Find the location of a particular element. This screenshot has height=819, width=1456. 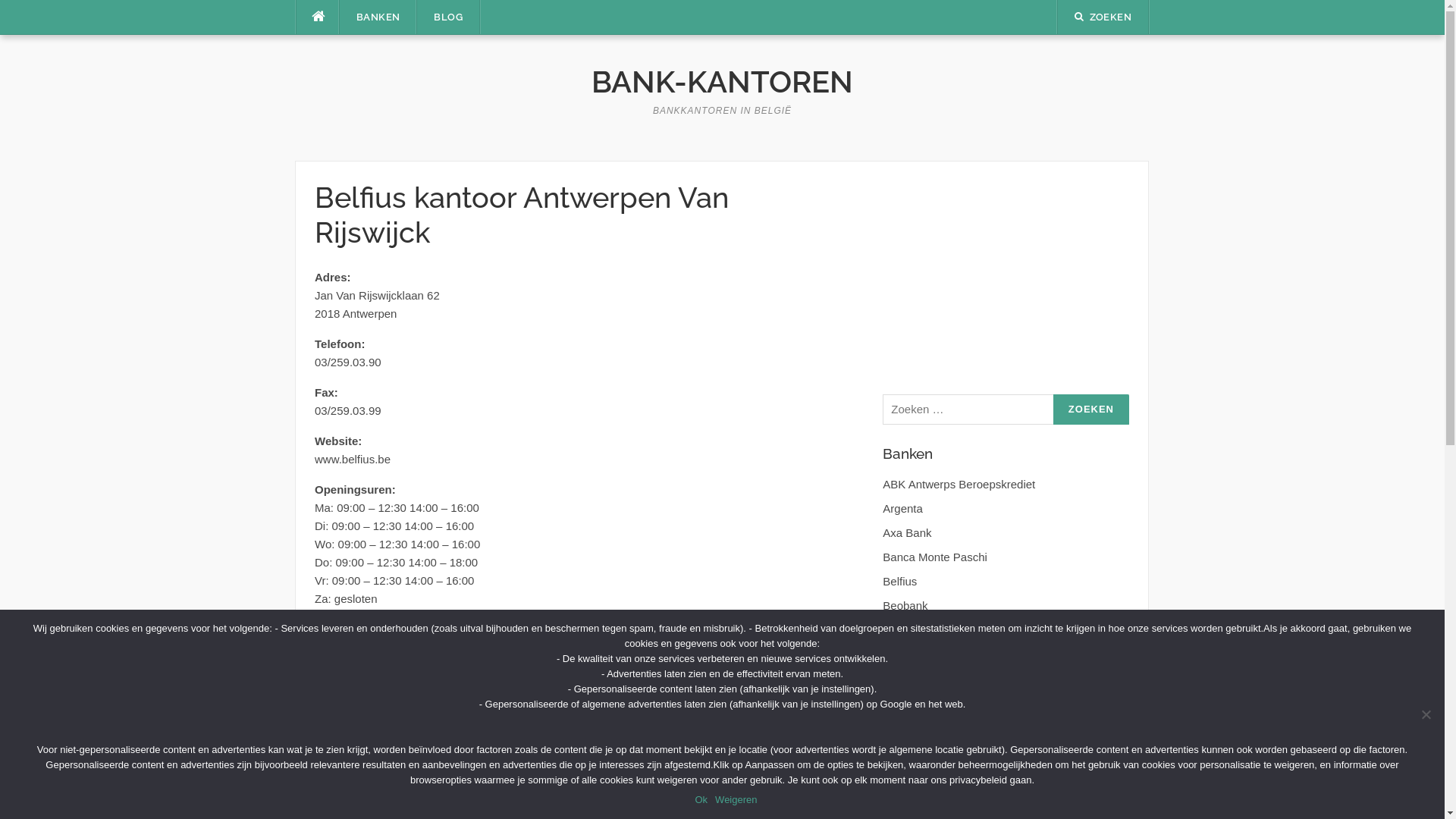

'Zoeken' is located at coordinates (1090, 409).